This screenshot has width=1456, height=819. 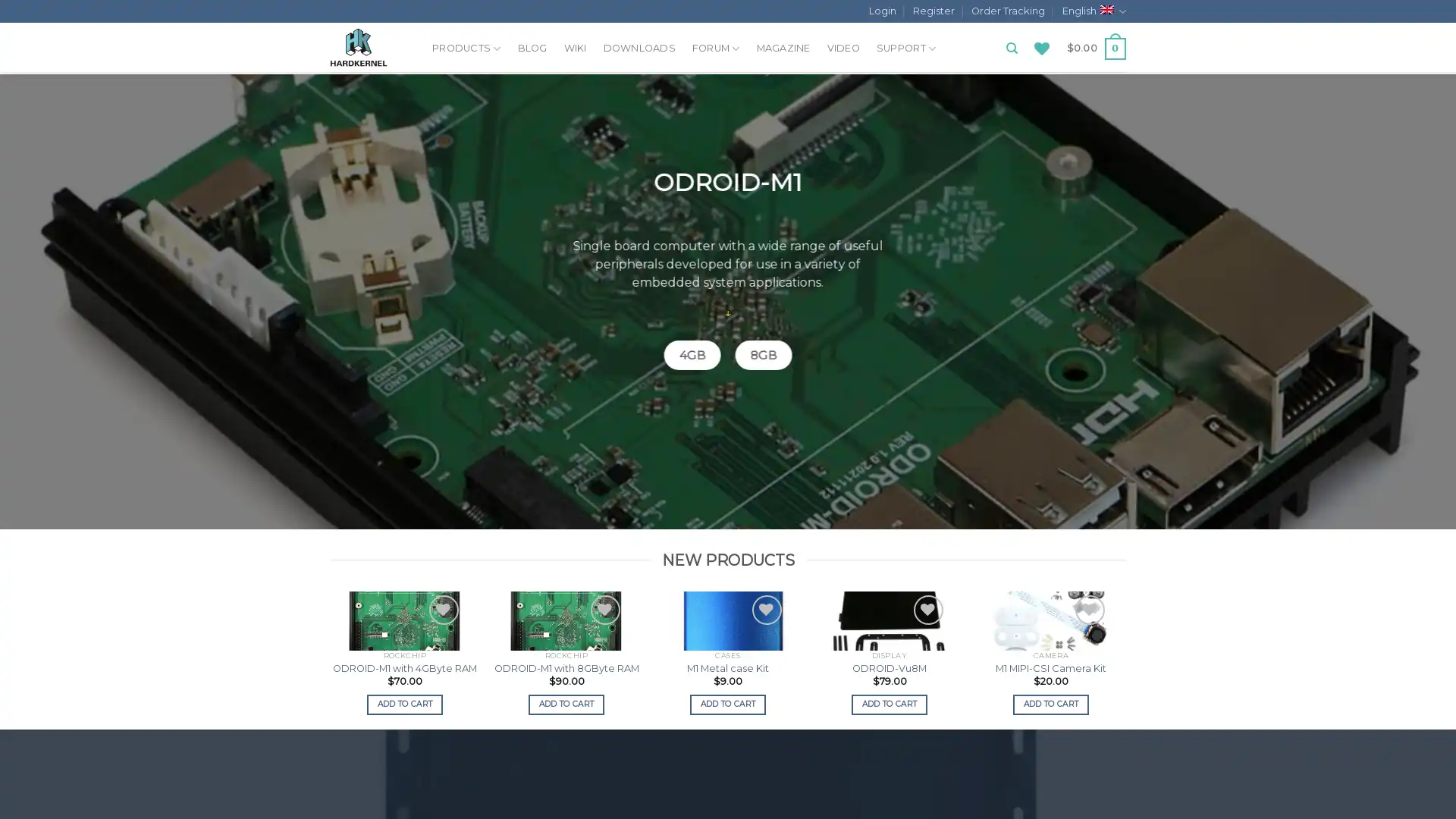 I want to click on Wishlist, so click(x=1088, y=609).